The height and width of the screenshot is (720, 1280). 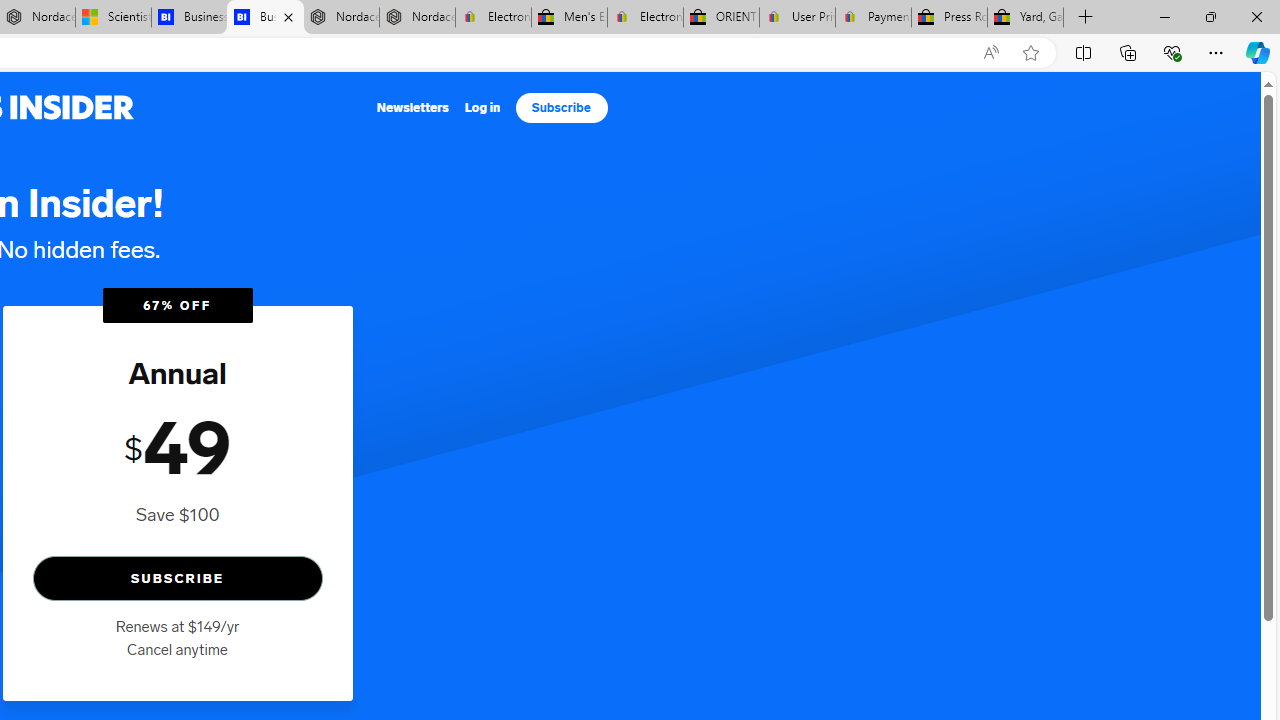 I want to click on 'Cancel anytime', so click(x=177, y=649).